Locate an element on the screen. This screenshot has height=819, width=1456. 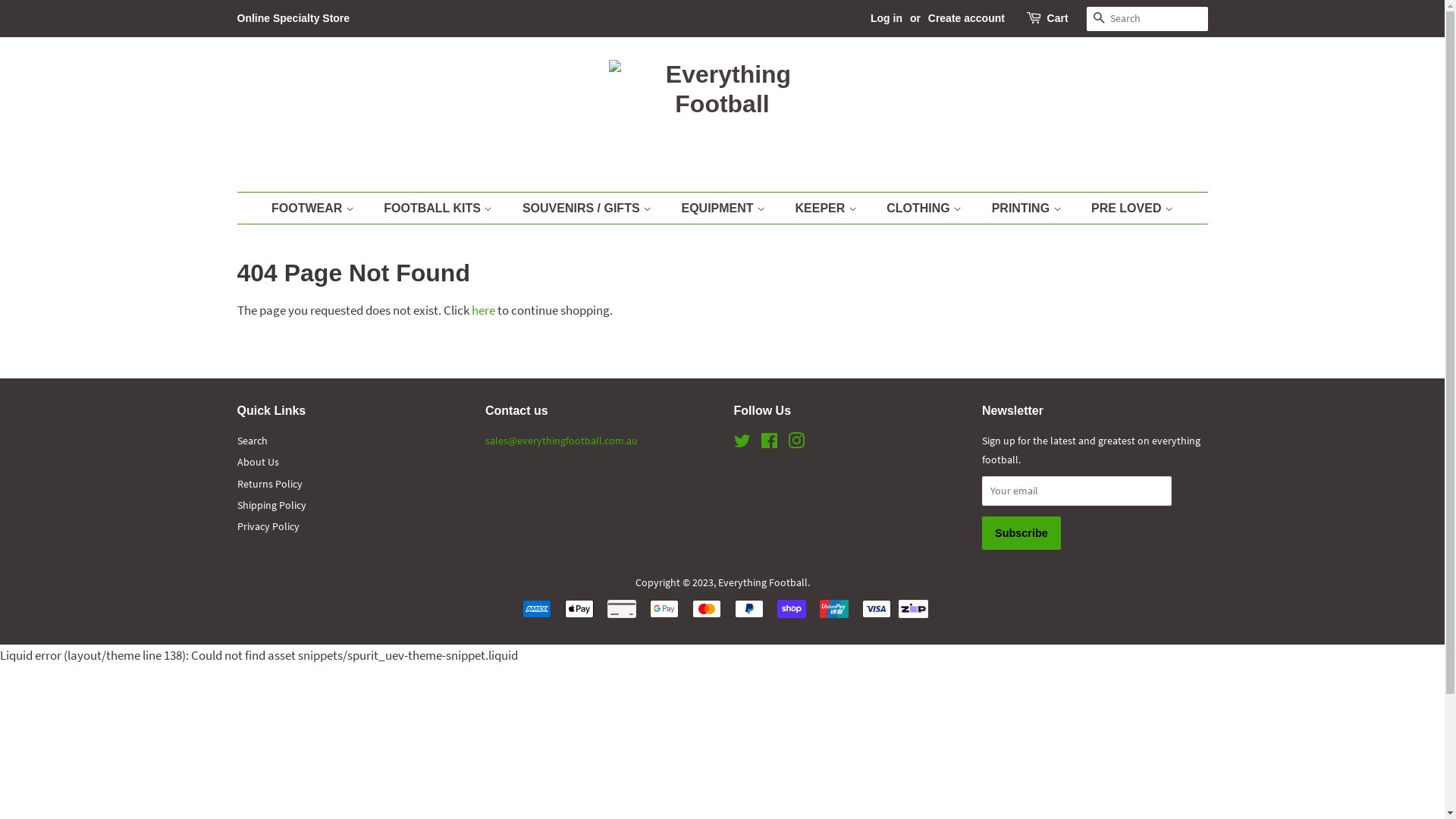
'Online Specialty Store' is located at coordinates (236, 17).